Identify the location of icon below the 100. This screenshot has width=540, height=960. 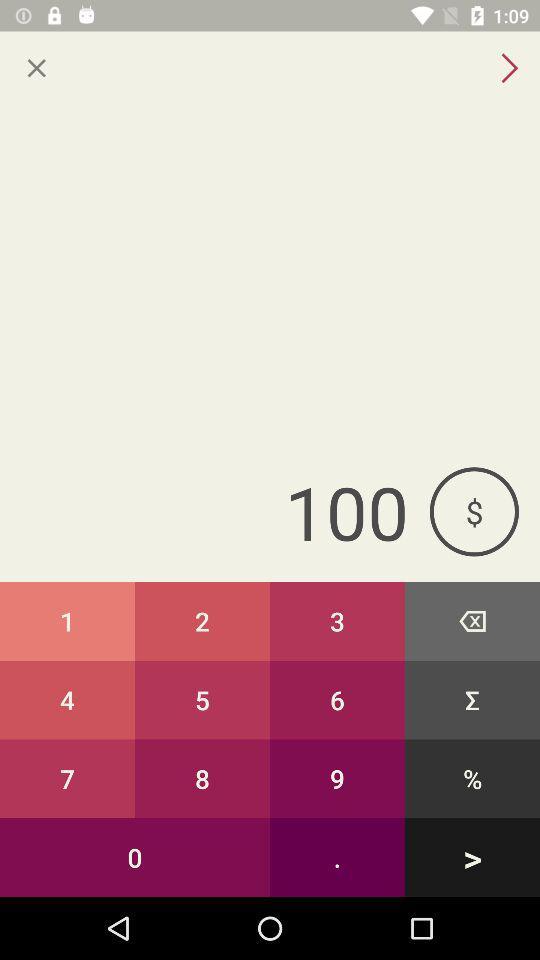
(472, 620).